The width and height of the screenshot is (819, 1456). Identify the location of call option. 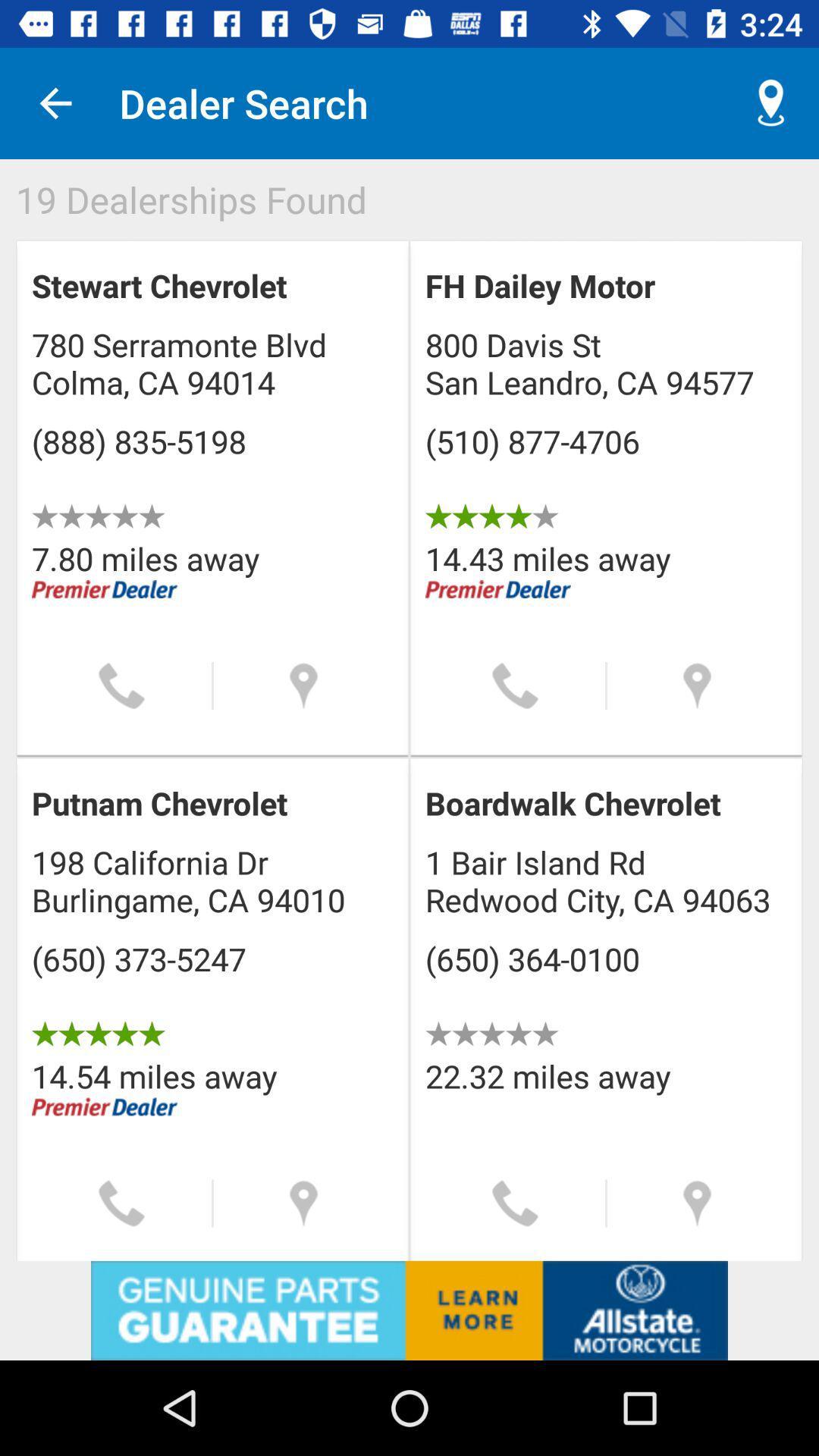
(121, 685).